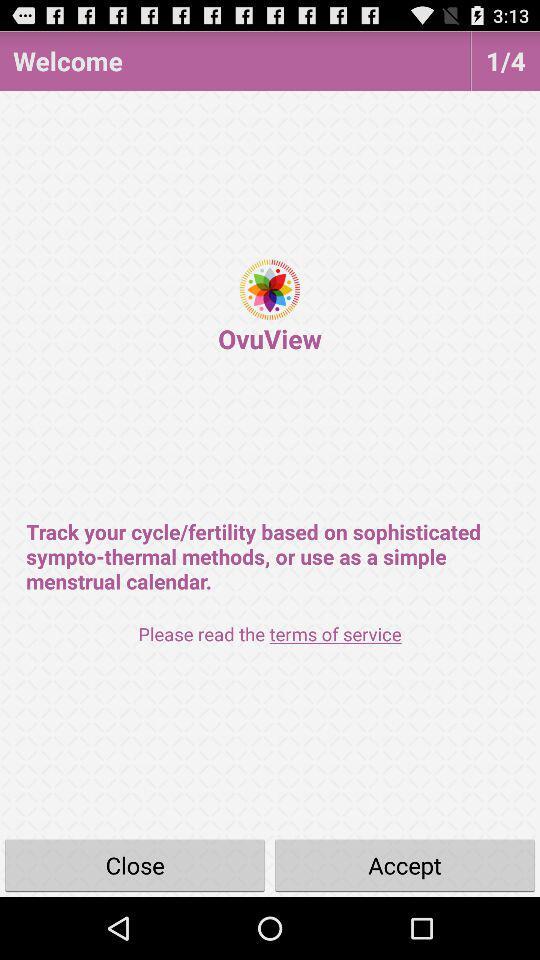 This screenshot has width=540, height=960. I want to click on the close at the bottom left corner, so click(135, 864).